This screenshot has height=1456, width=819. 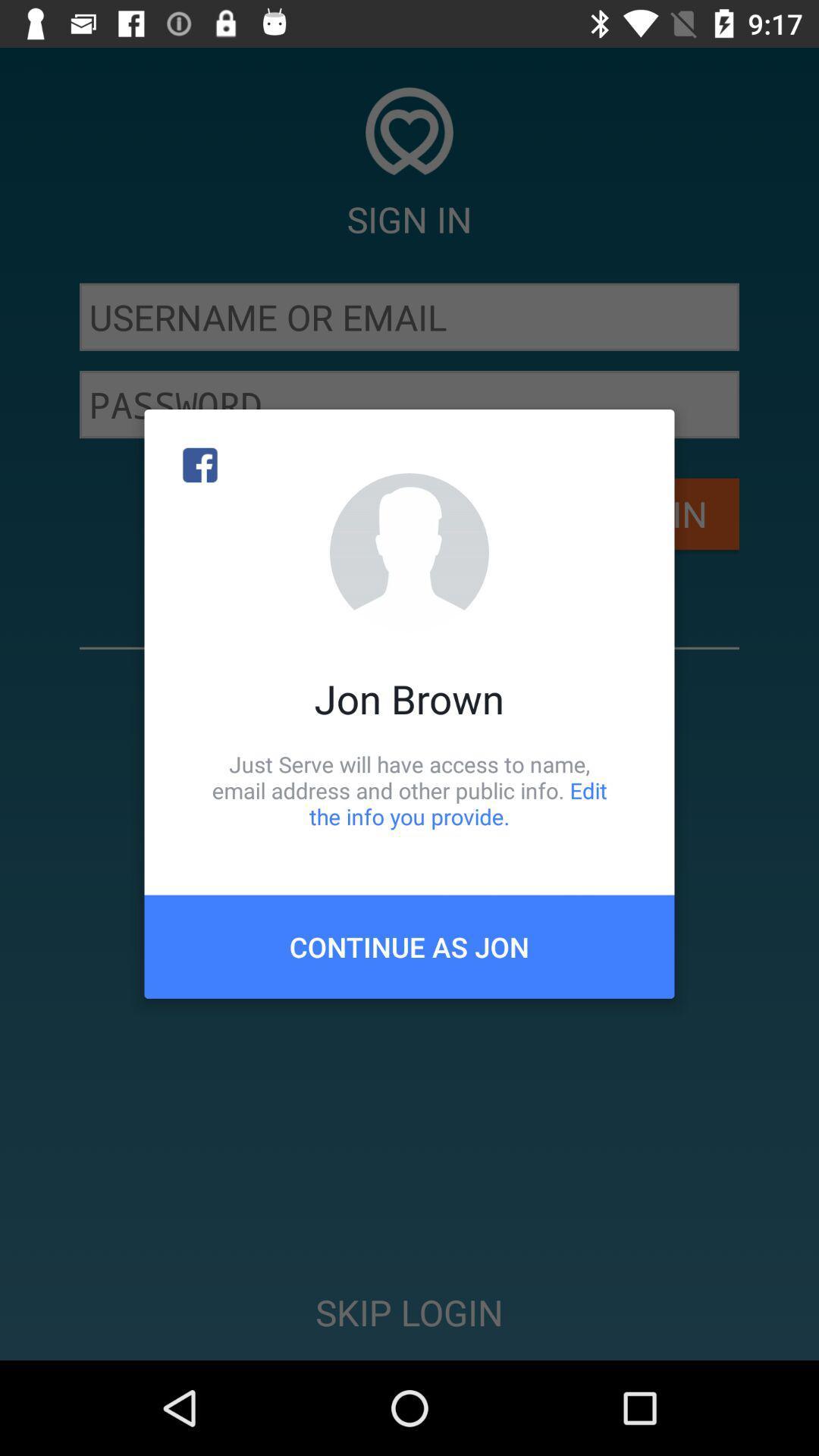 I want to click on the just serve will item, so click(x=409, y=789).